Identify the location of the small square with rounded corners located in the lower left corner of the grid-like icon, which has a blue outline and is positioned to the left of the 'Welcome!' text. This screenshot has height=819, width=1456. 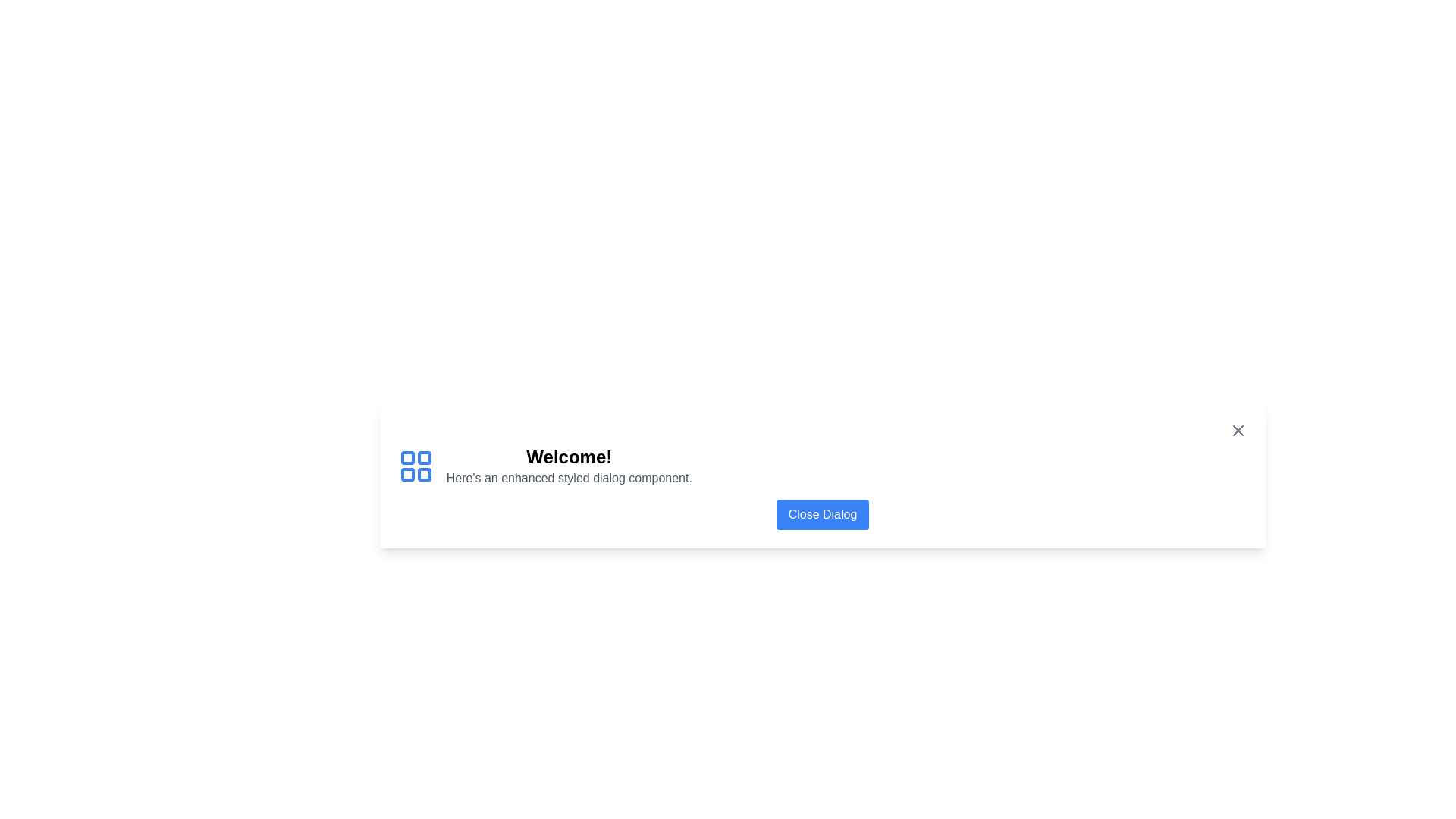
(407, 473).